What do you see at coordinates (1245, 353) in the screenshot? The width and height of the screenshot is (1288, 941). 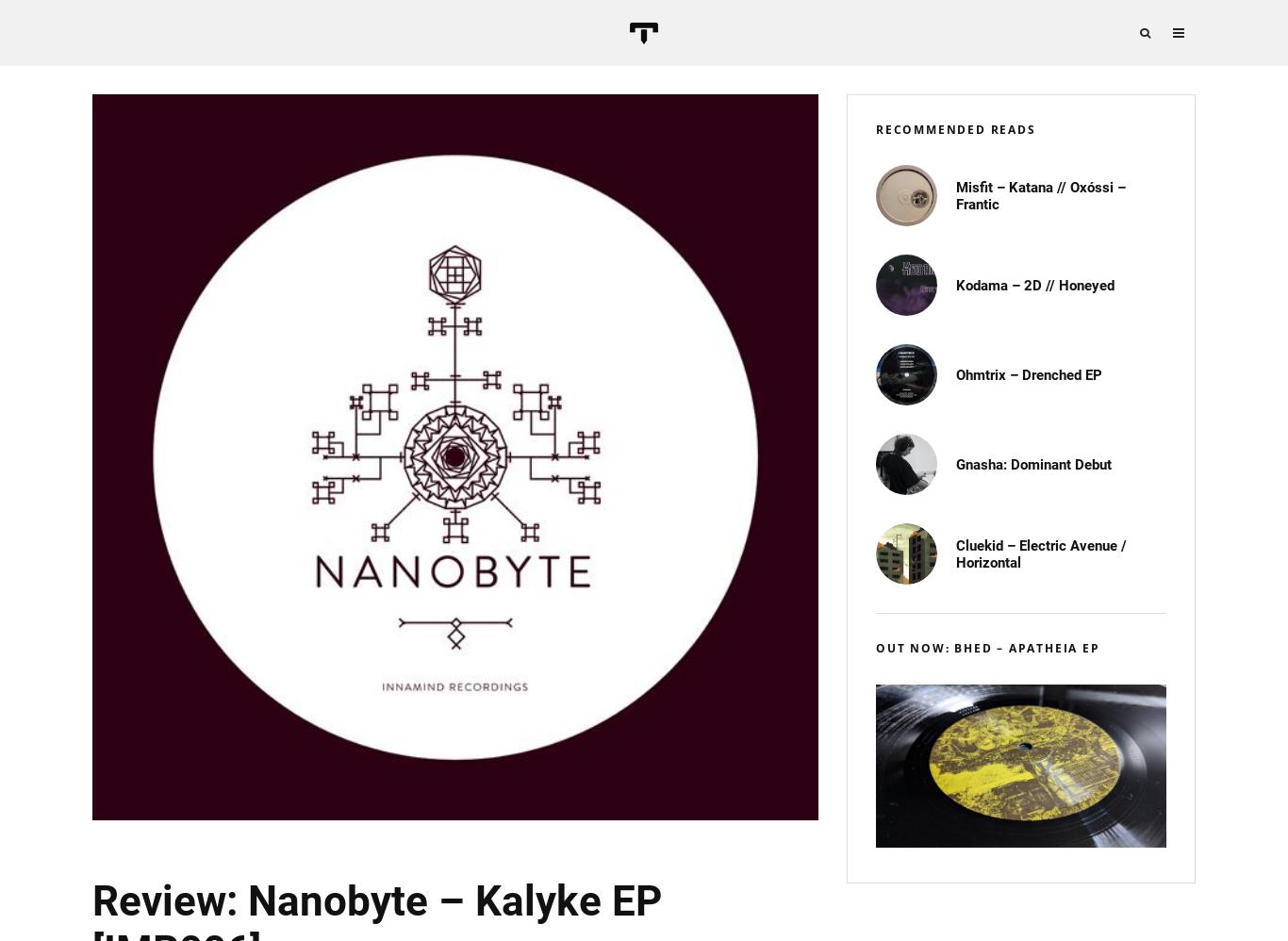 I see `'NEWSLETTER'` at bounding box center [1245, 353].